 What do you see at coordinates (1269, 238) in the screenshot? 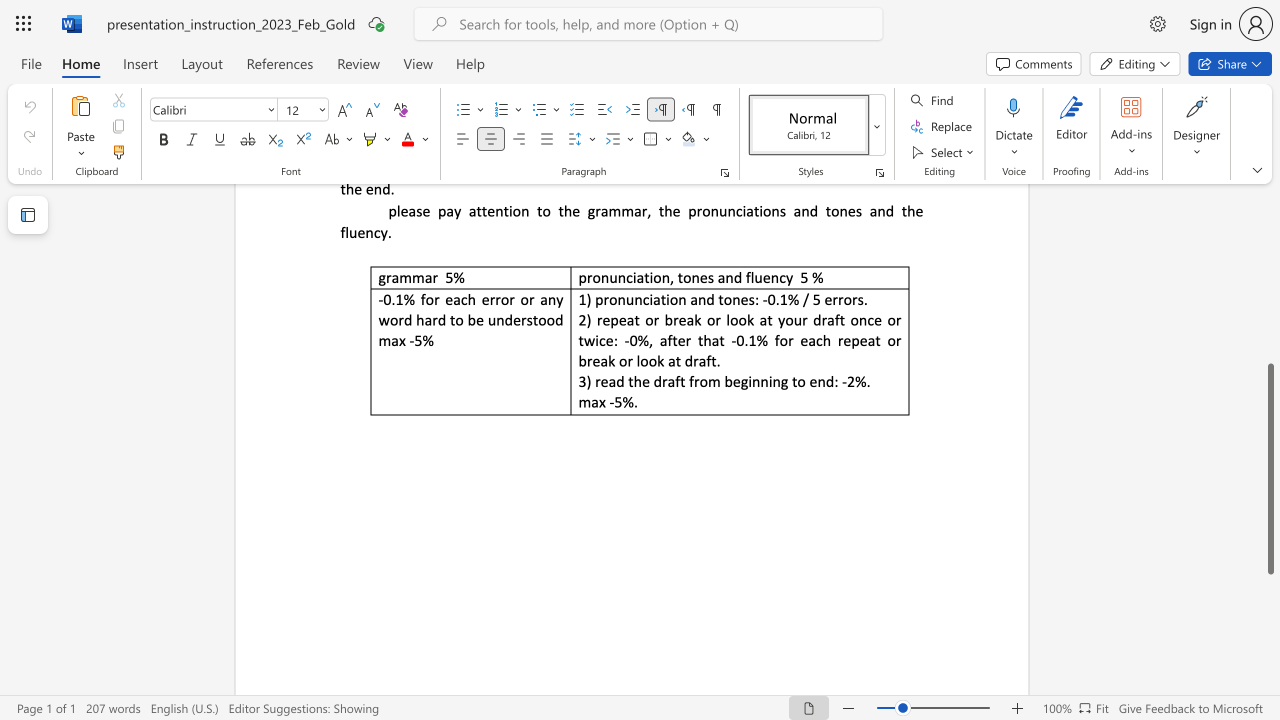
I see `the scrollbar` at bounding box center [1269, 238].